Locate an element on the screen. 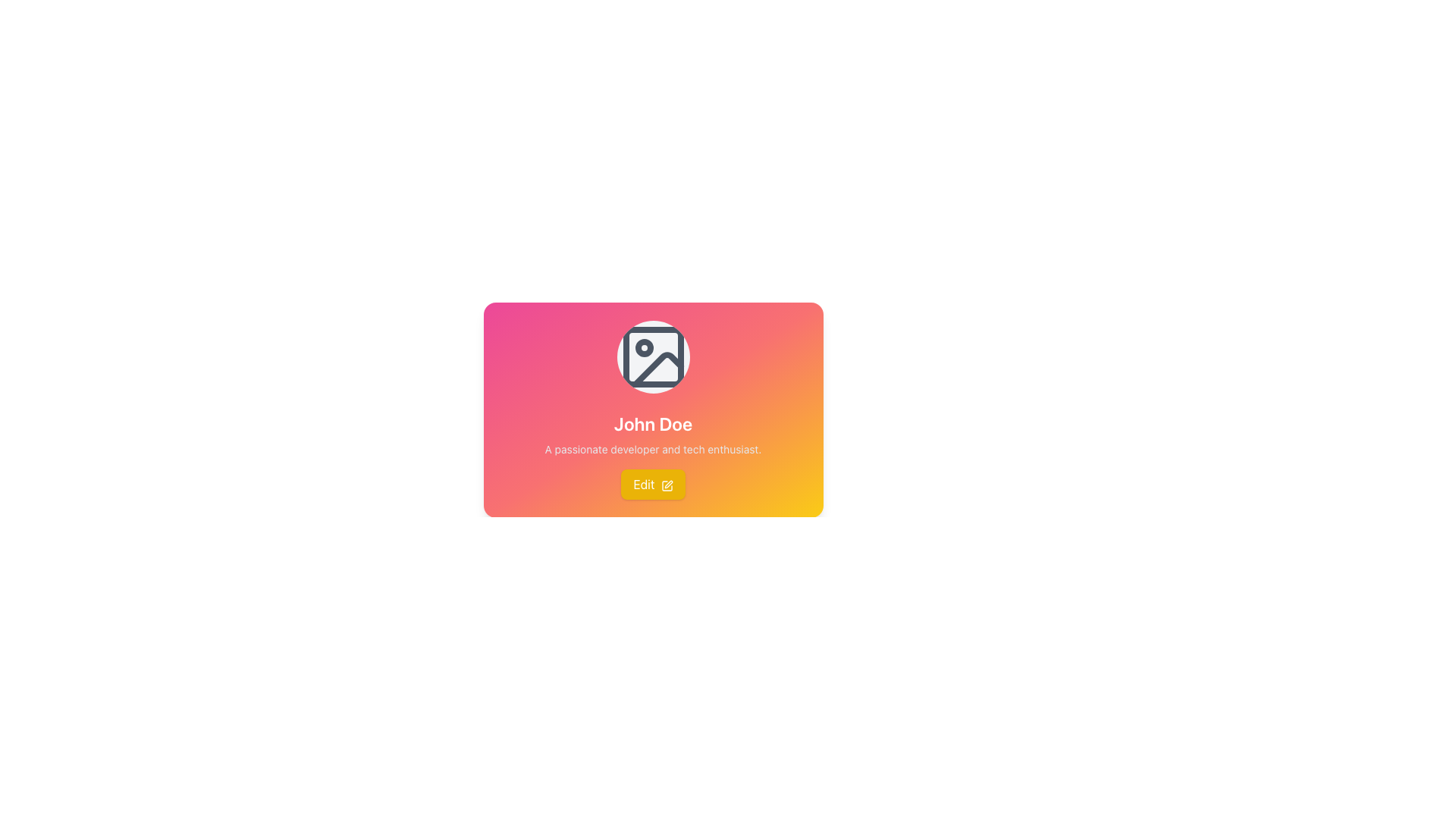  the Text Block that contains 'John Doe' and its subtext 'A passionate developer and tech enthusiast.' is located at coordinates (653, 435).